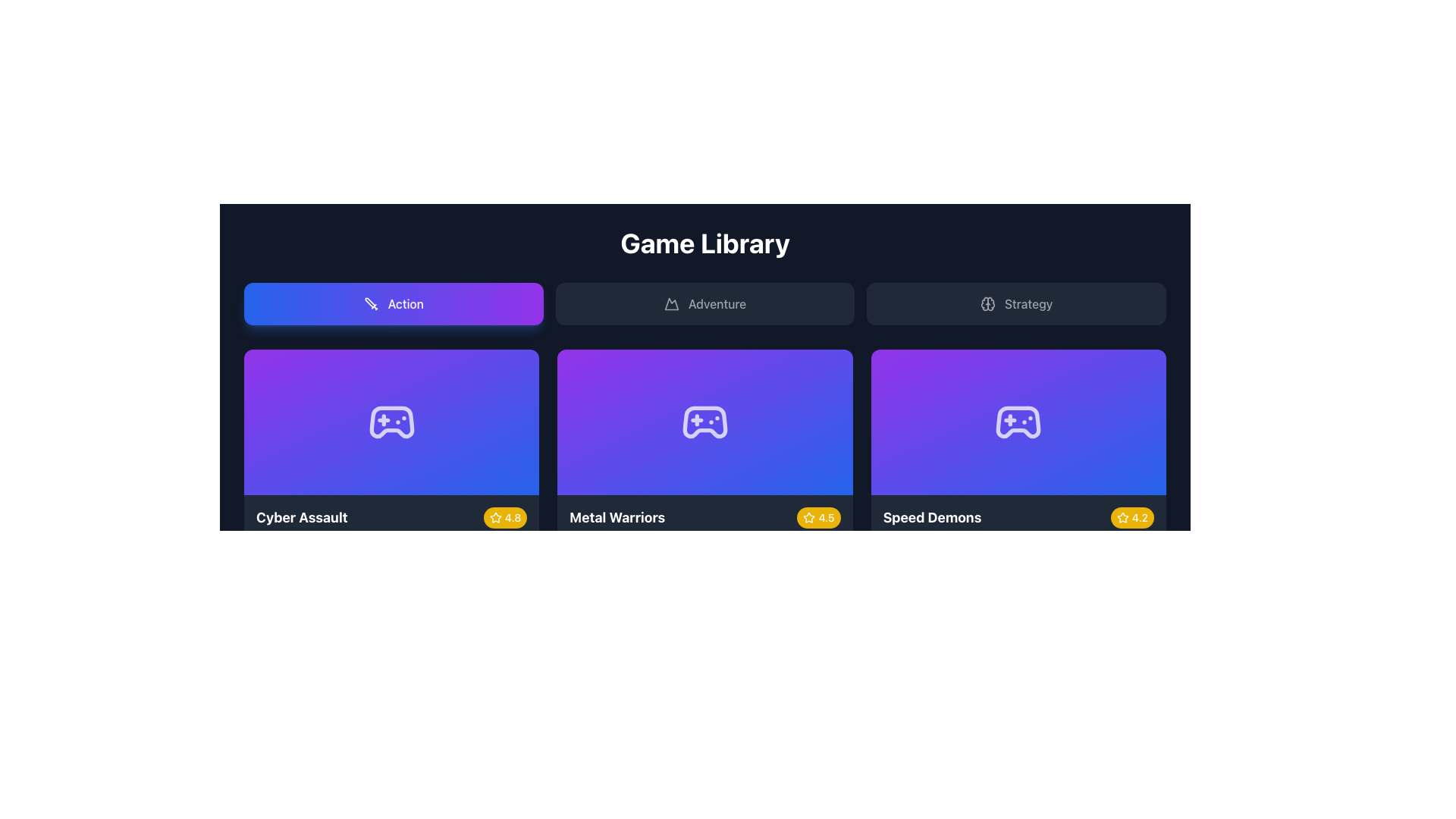  Describe the element at coordinates (716, 304) in the screenshot. I see `the text label 'Adventure' located centrally within the top interactive button` at that location.